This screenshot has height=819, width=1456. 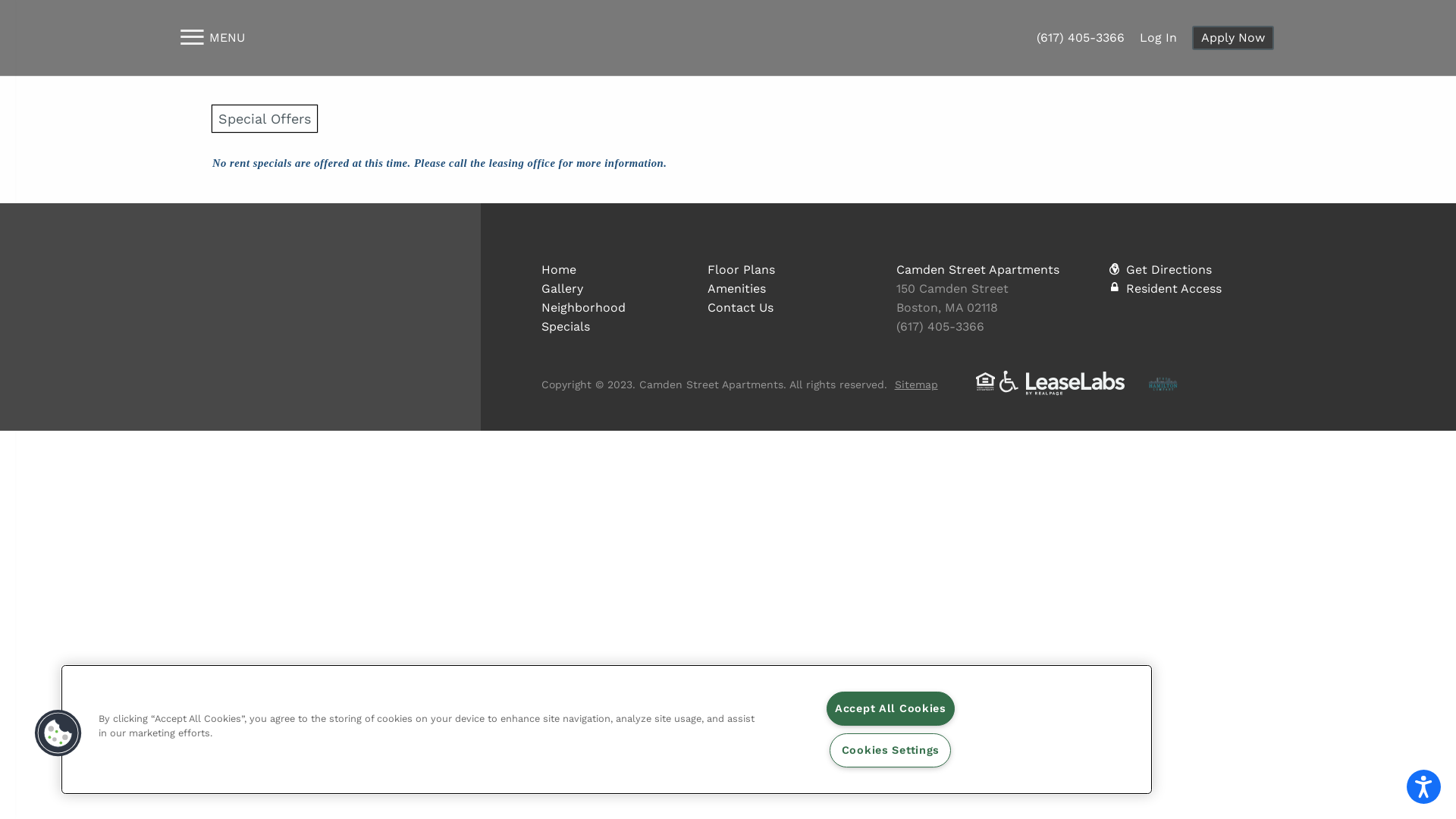 What do you see at coordinates (895, 383) in the screenshot?
I see `'Sitemap'` at bounding box center [895, 383].